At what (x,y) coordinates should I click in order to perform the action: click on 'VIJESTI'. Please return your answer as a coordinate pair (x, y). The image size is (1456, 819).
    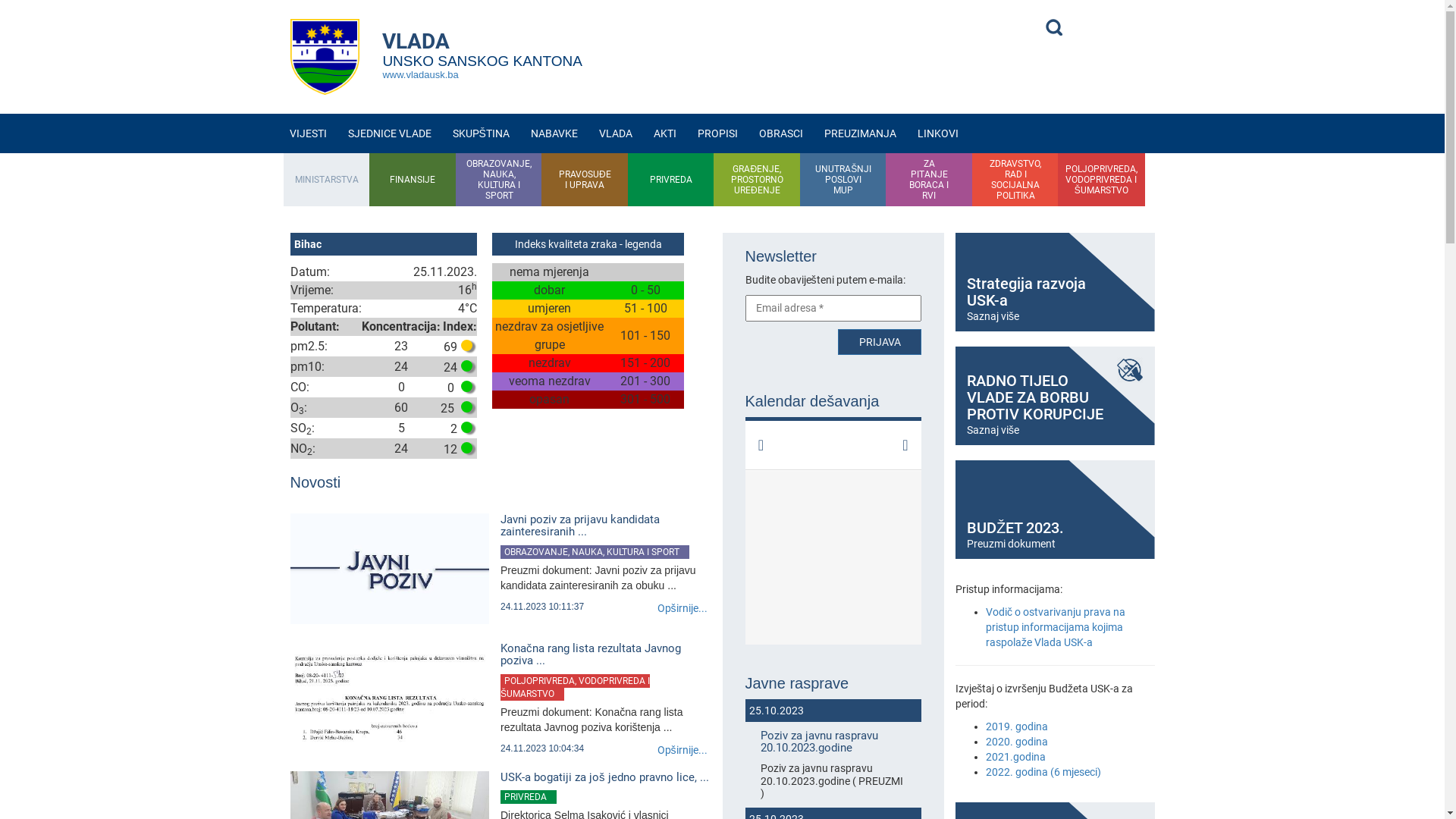
    Looking at the image, I should click on (307, 133).